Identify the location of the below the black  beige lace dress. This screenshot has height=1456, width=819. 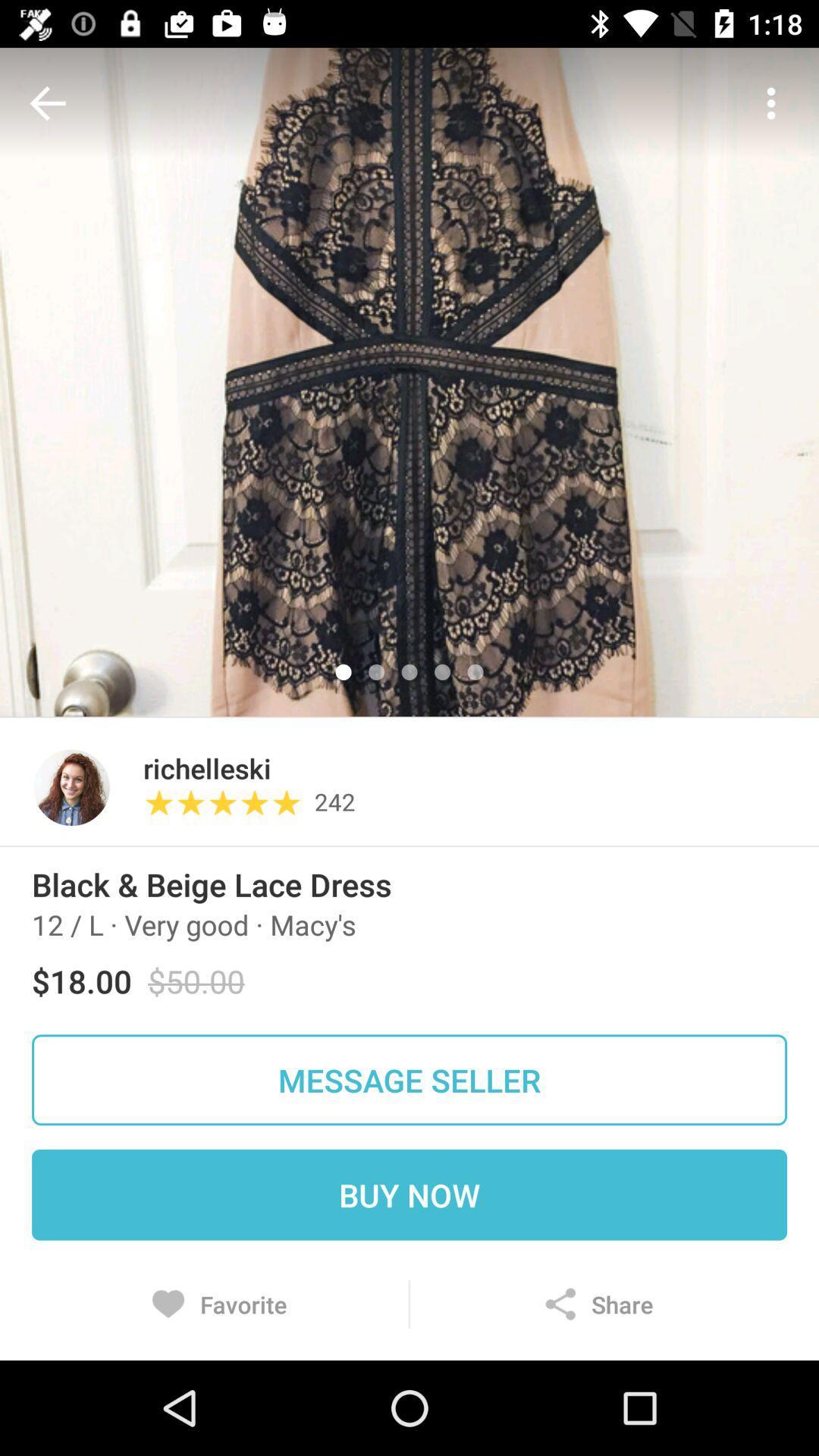
(193, 924).